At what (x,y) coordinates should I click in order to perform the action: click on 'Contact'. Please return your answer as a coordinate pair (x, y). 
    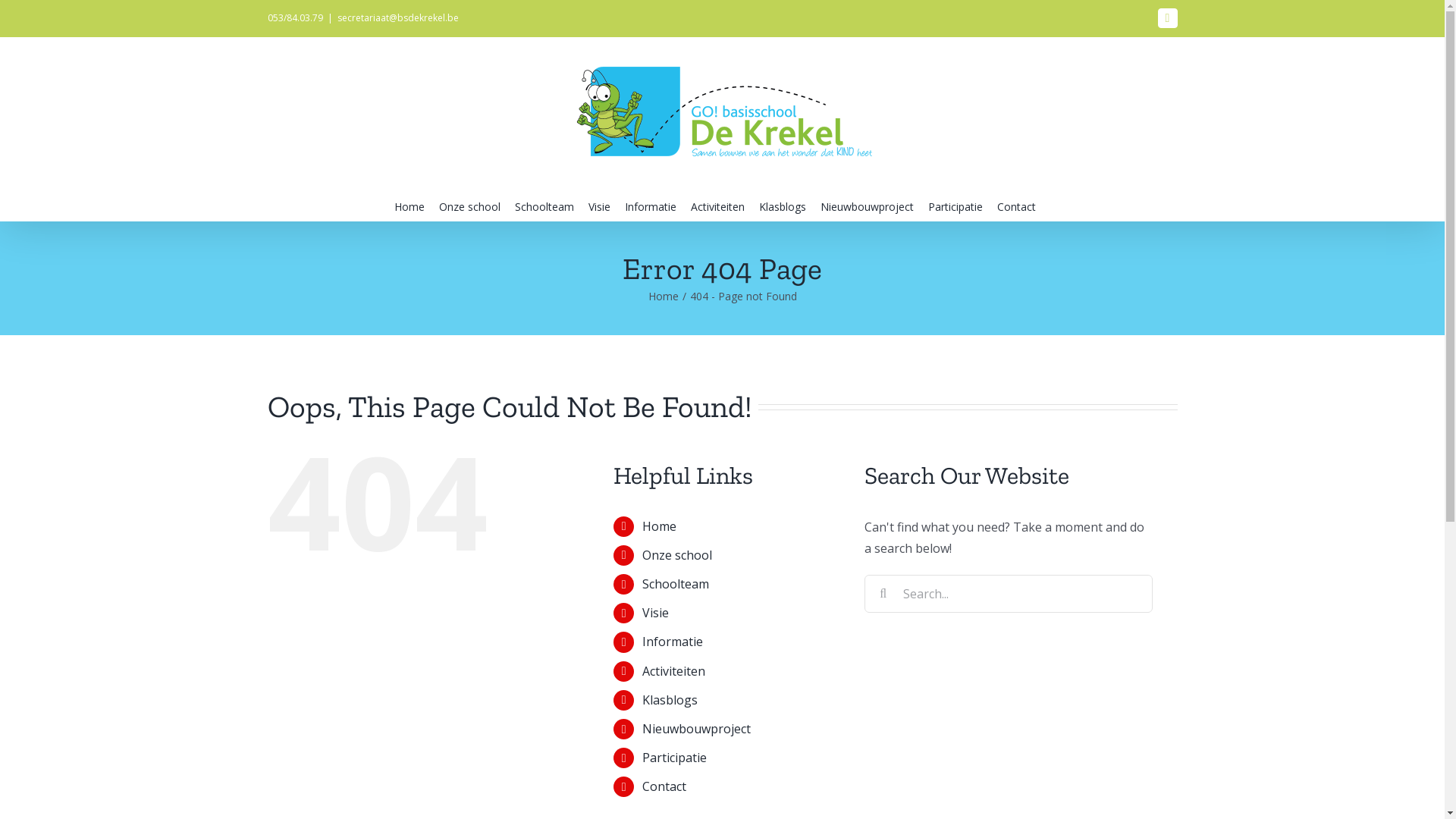
    Looking at the image, I should click on (1016, 205).